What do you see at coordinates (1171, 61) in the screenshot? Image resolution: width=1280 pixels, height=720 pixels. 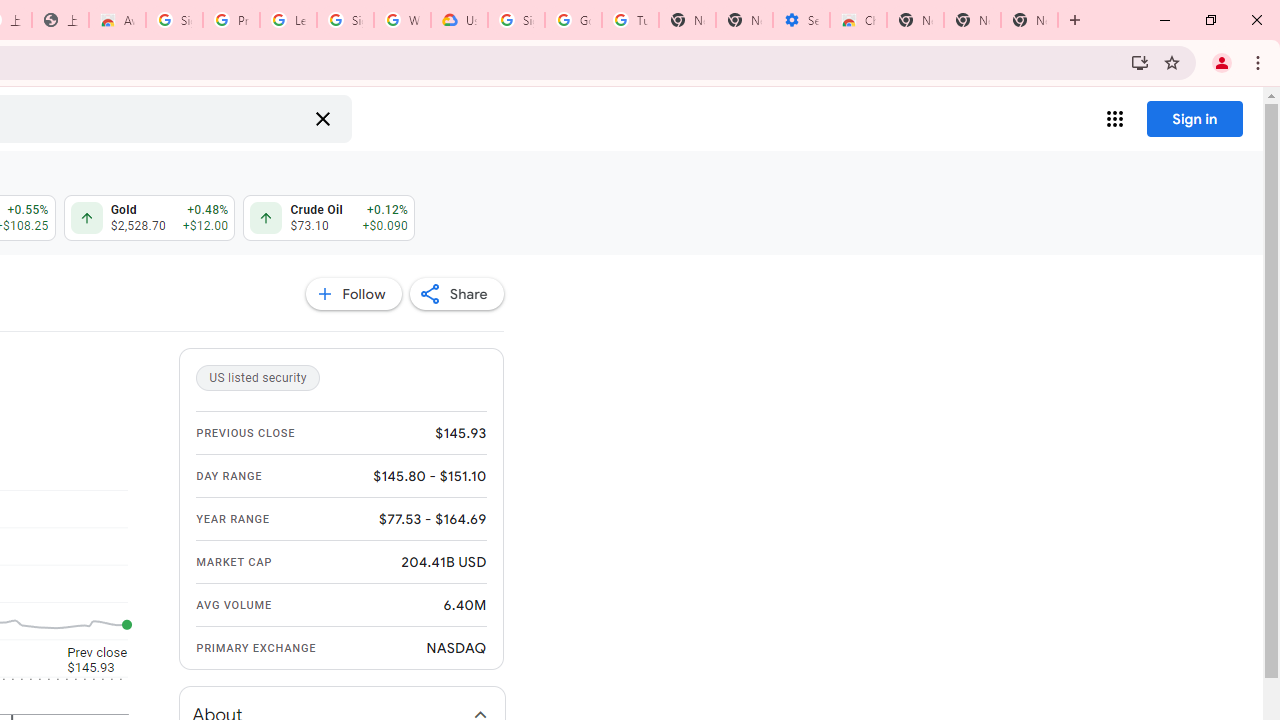 I see `'Bookmark this tab'` at bounding box center [1171, 61].